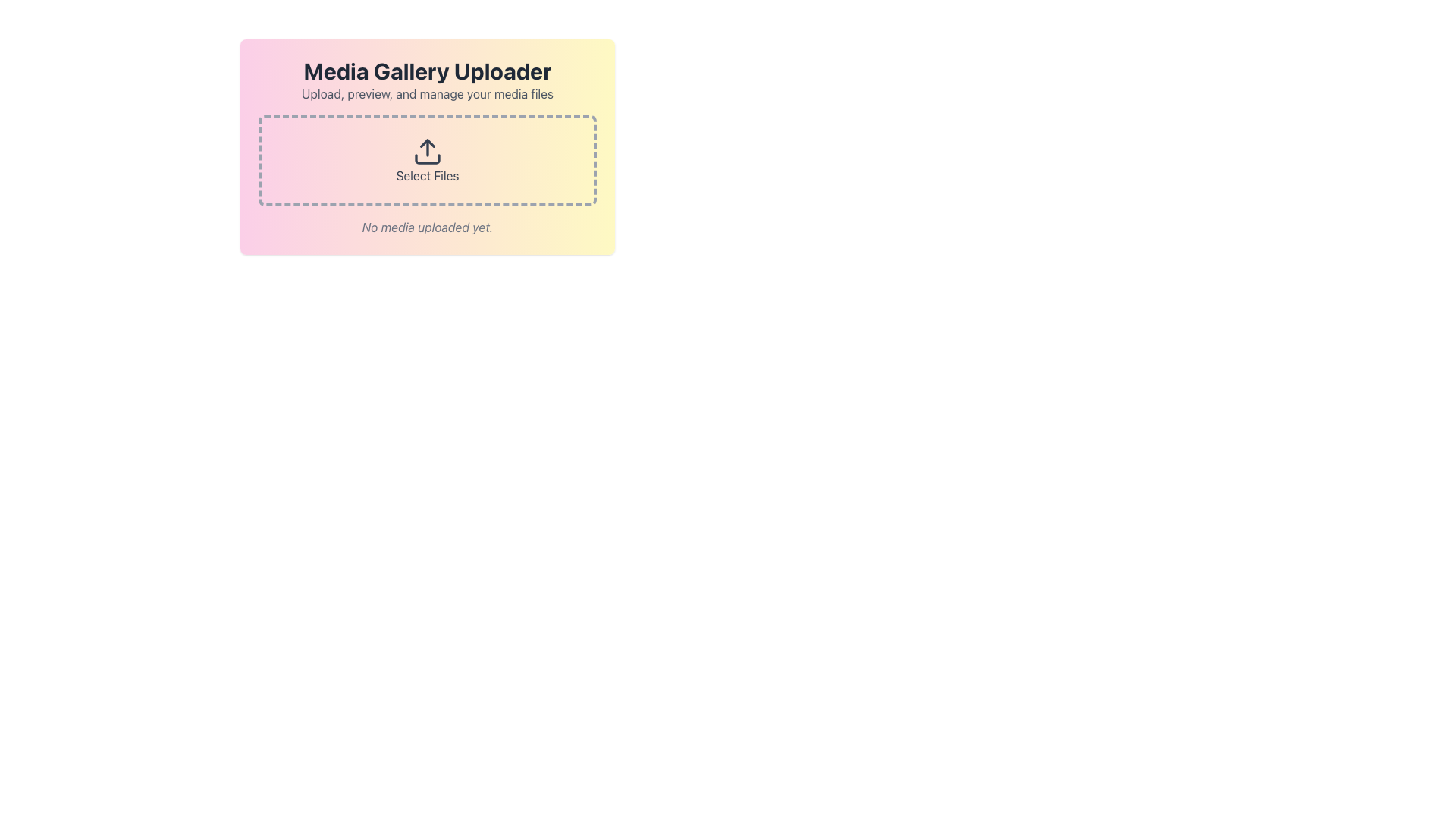  I want to click on text from the Informative Header Section that serves as the title and description for the media gallery uploader, so click(427, 80).